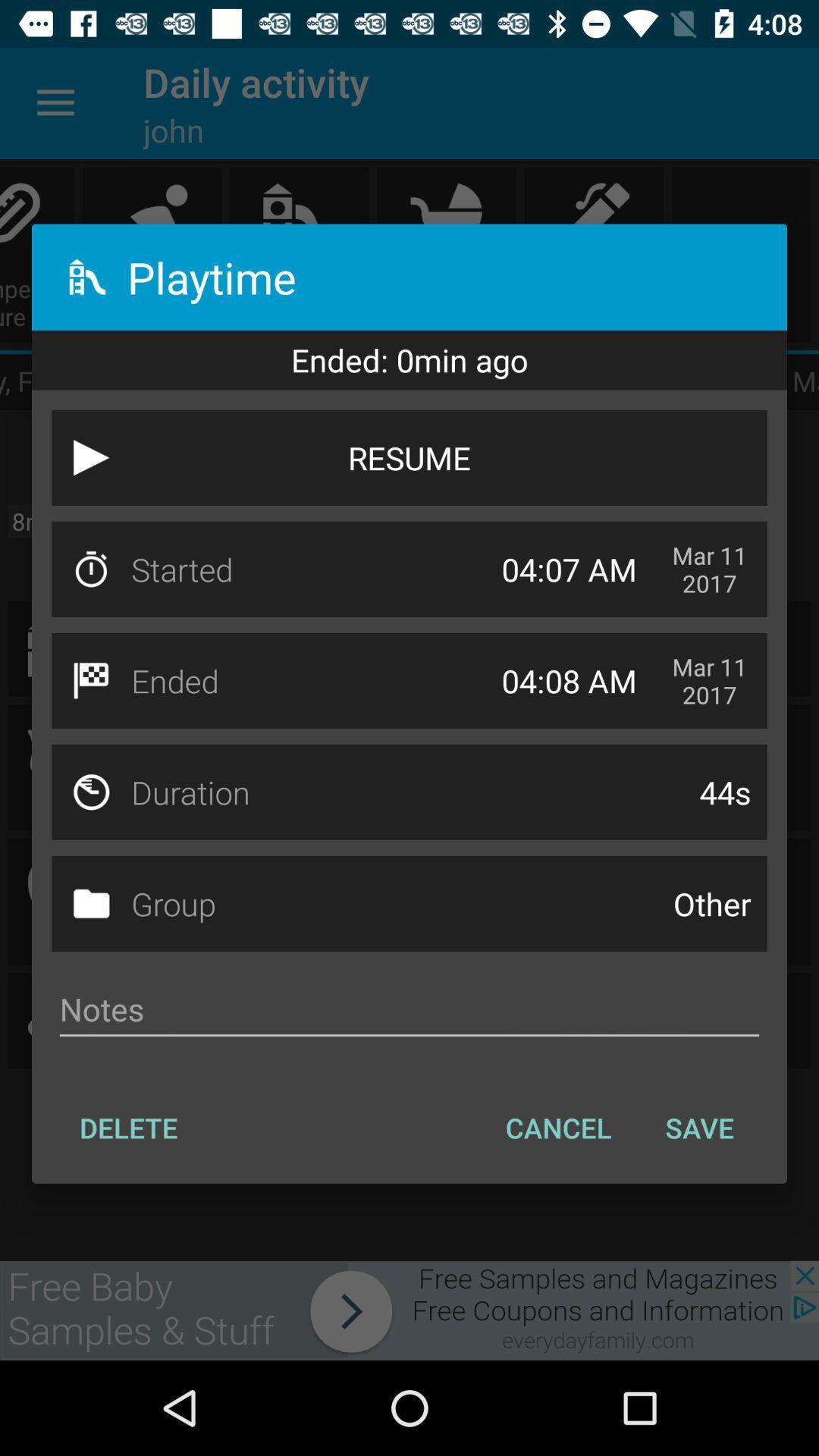 The image size is (819, 1456). What do you see at coordinates (699, 1128) in the screenshot?
I see `save icon` at bounding box center [699, 1128].